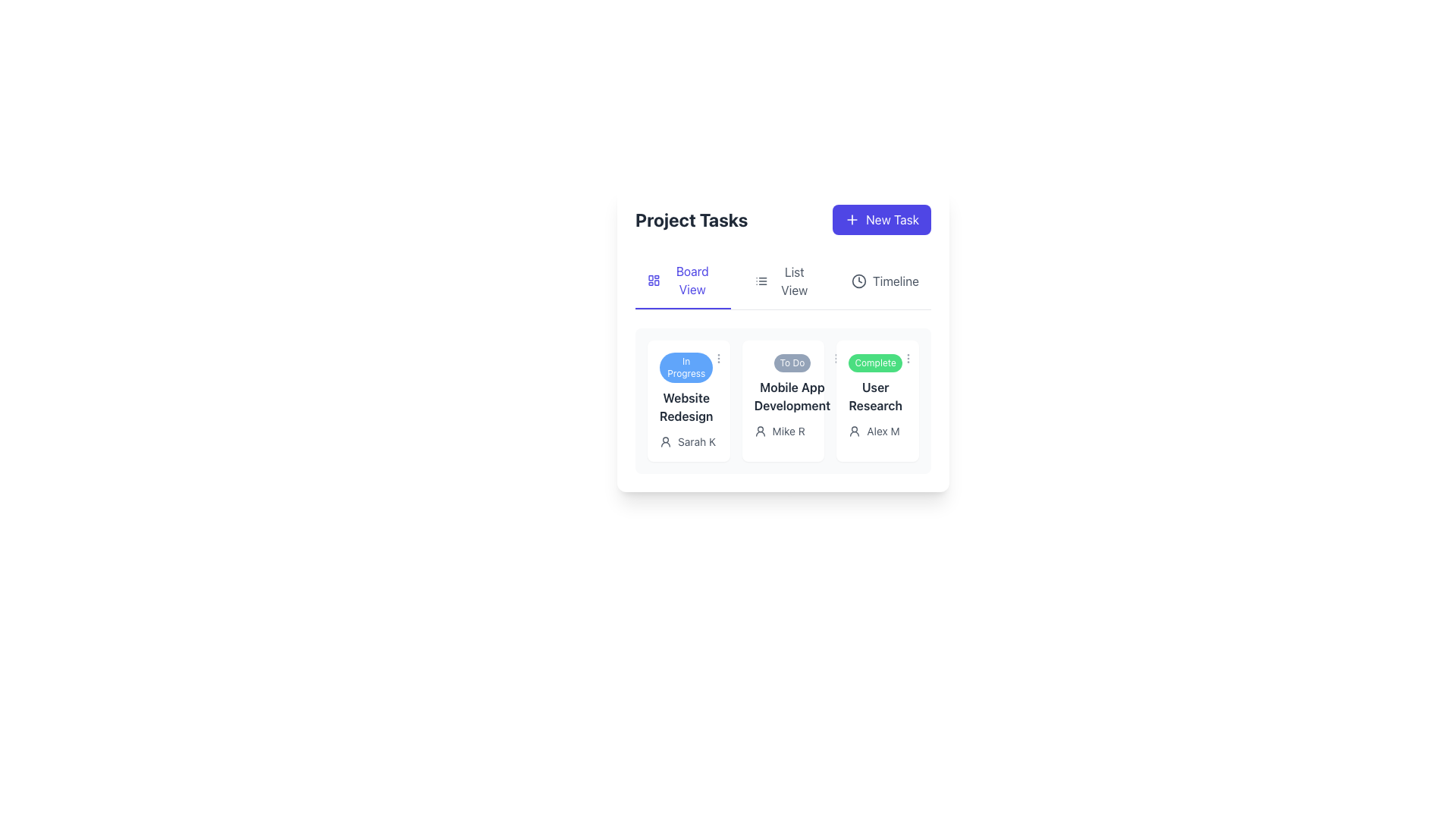 The image size is (1456, 819). I want to click on the third interactive item in the 'Project Tasks' menu, which is an option to switch to a list-based layout for displaying project tasks, so click(793, 281).